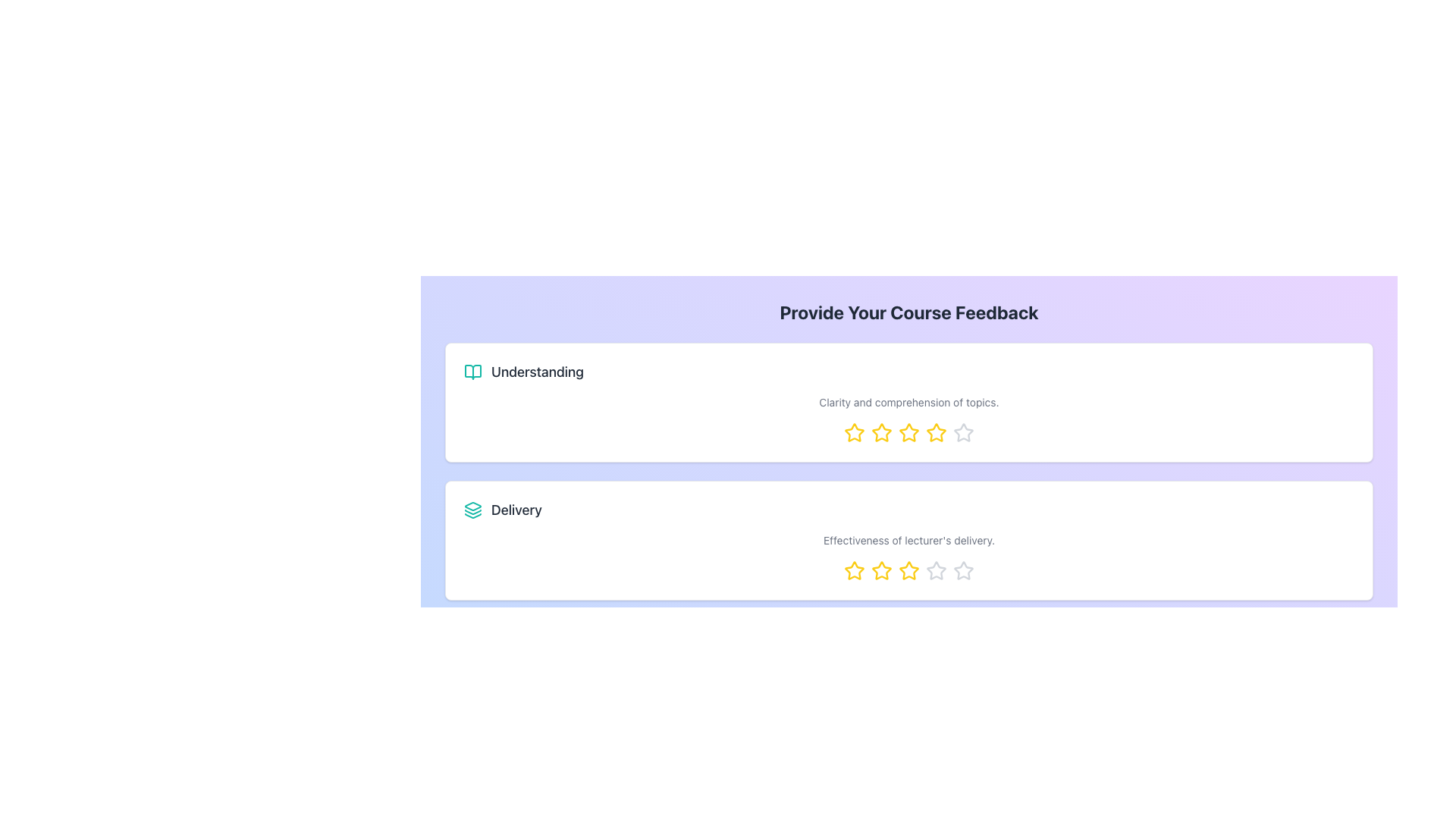 Image resolution: width=1456 pixels, height=819 pixels. What do you see at coordinates (963, 570) in the screenshot?
I see `the fifth star-shaped button in the 'Delivery' feedback section to rate it` at bounding box center [963, 570].